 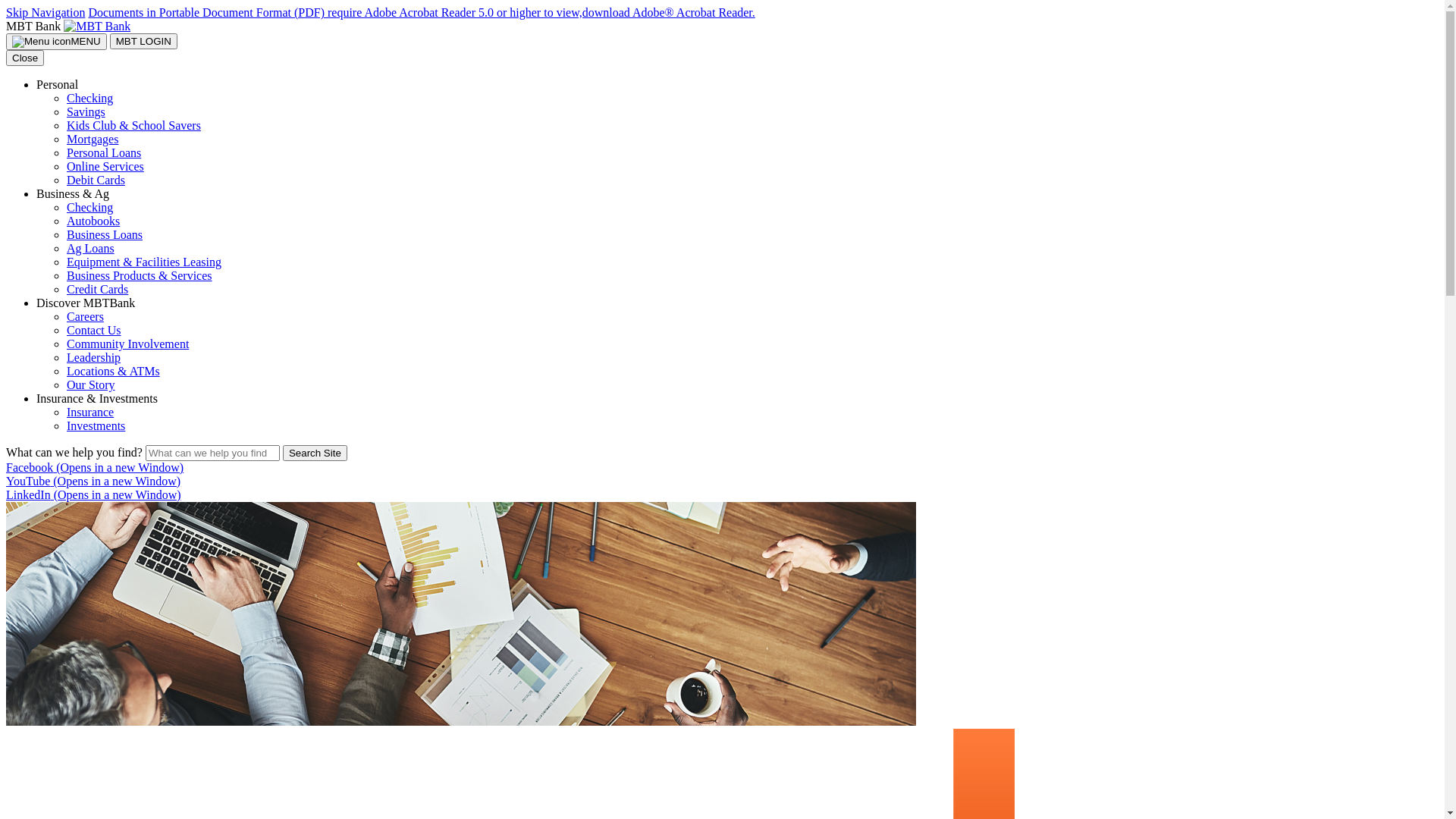 I want to click on 'Autobooks', so click(x=93, y=221).